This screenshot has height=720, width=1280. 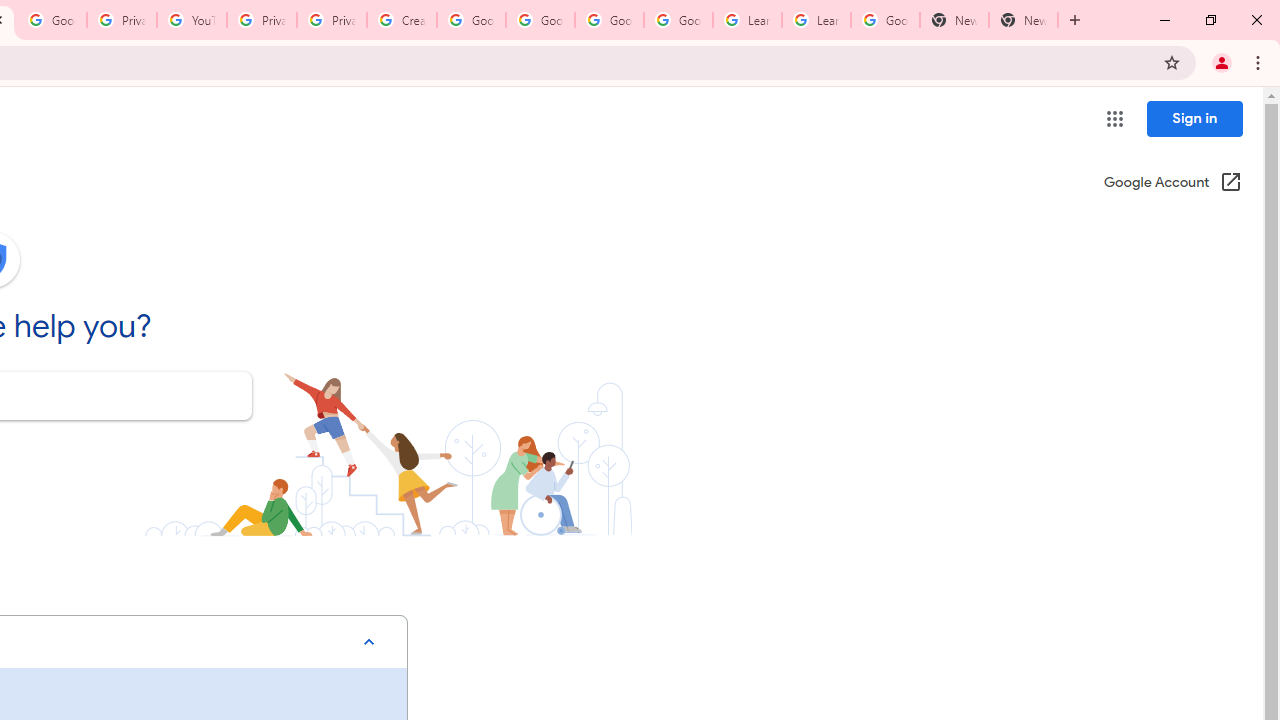 What do you see at coordinates (400, 20) in the screenshot?
I see `'Create your Google Account'` at bounding box center [400, 20].